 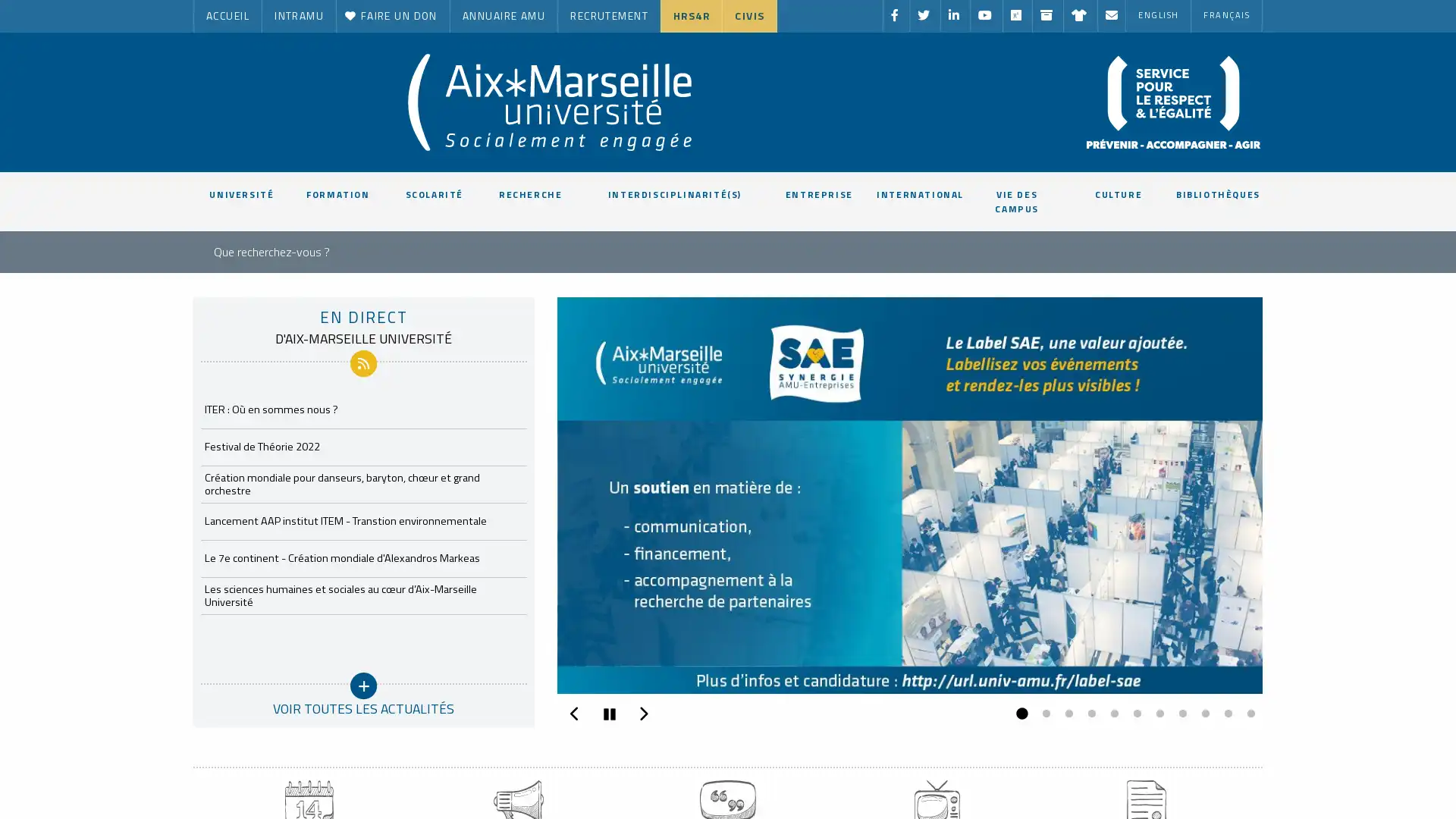 What do you see at coordinates (1156, 714) in the screenshot?
I see `Go to slide 7` at bounding box center [1156, 714].